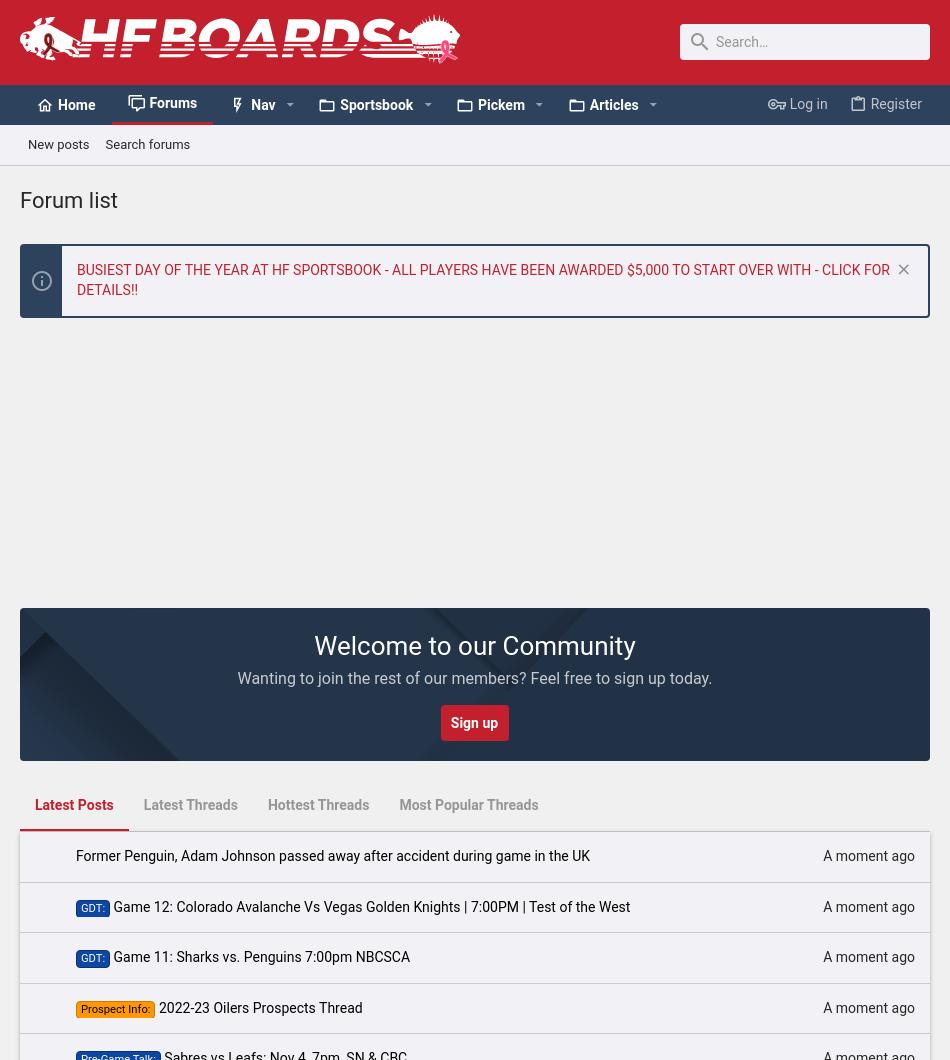 This screenshot has height=1060, width=950. I want to click on 'Game 12: Colorado Avalanche Vs Vegas Golden Knights | 7:00PM | Test of the West', so click(370, 905).